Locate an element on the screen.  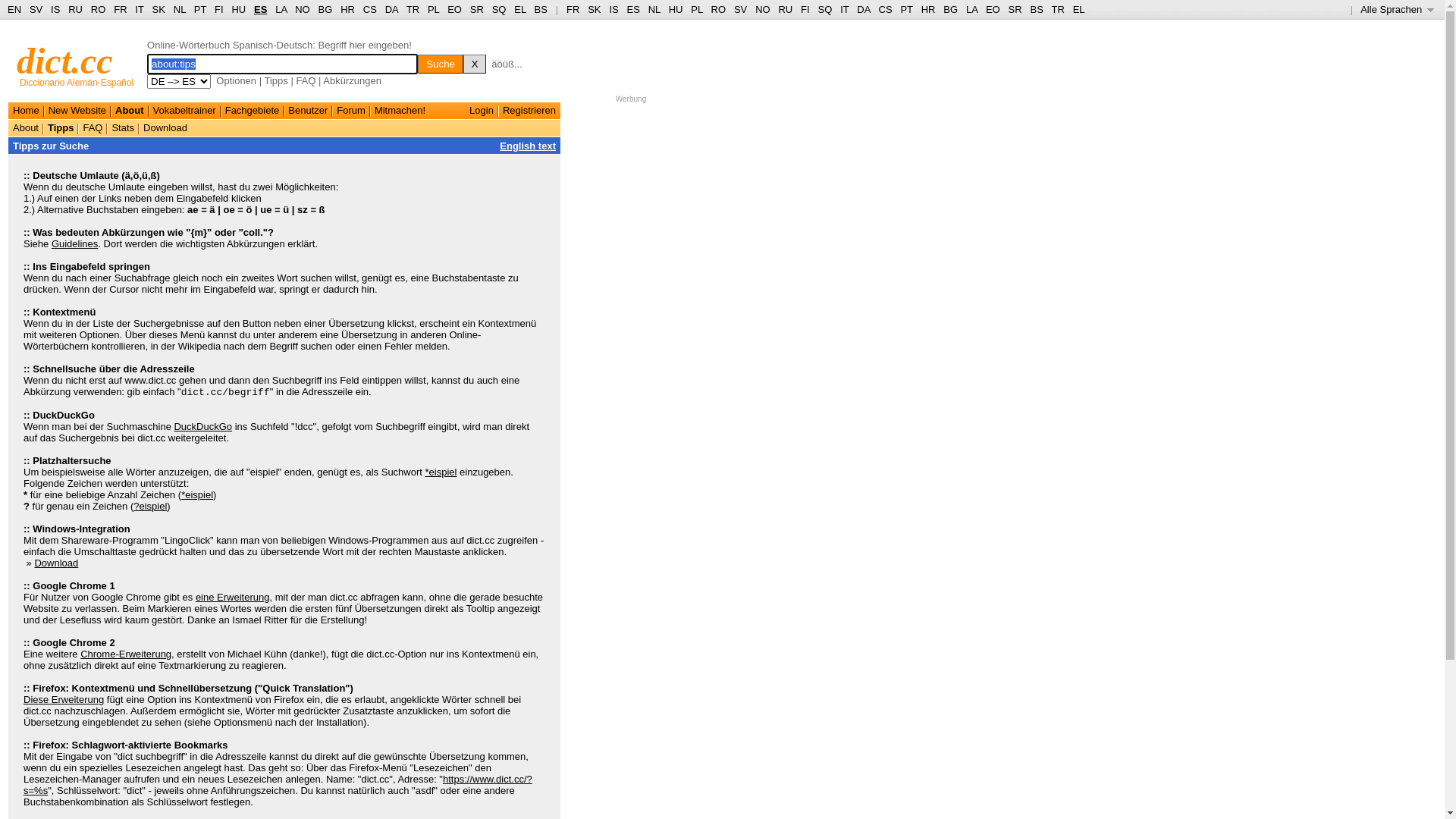
'HU' is located at coordinates (668, 9).